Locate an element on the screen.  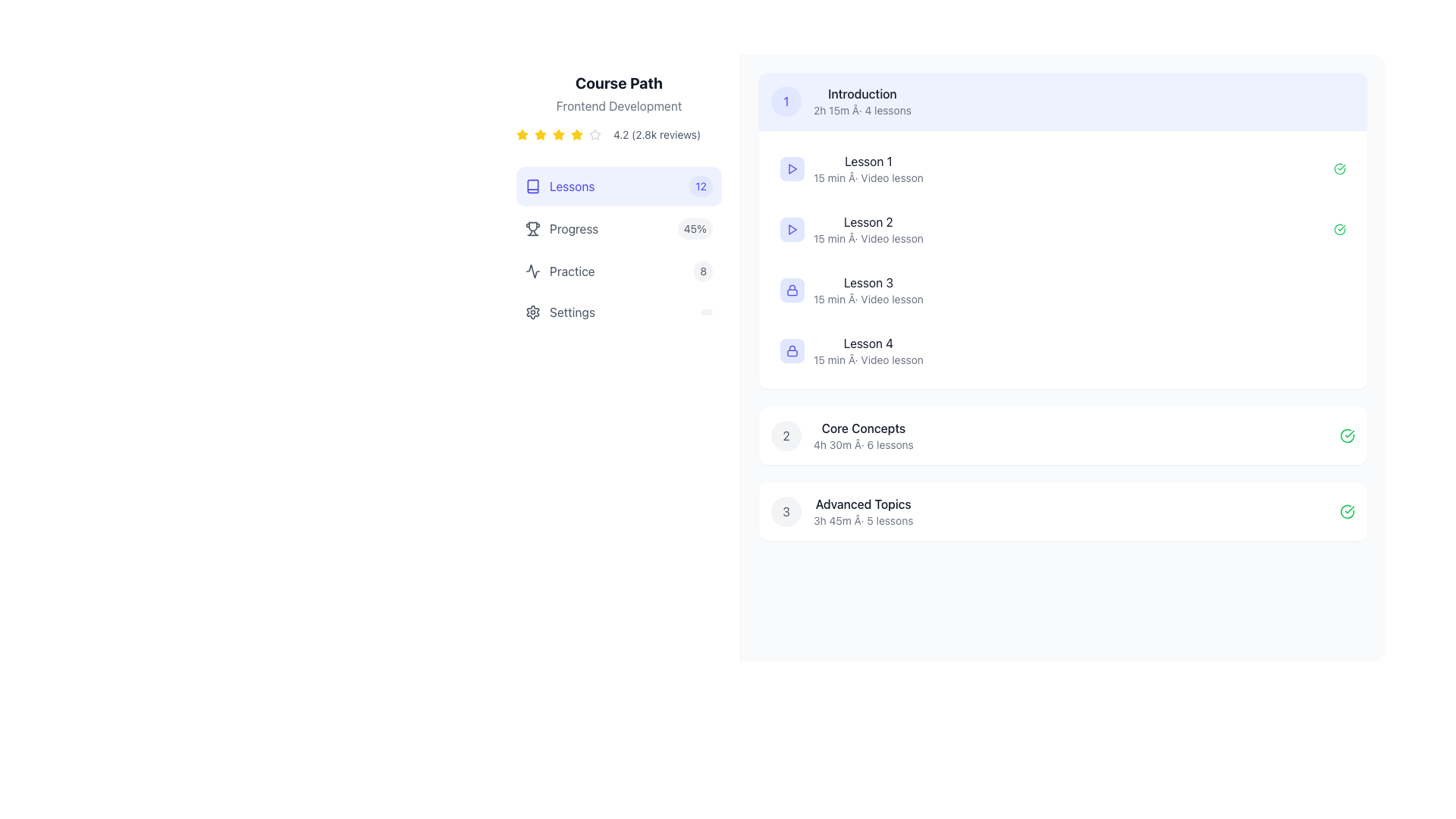
the small rounded rectangular play button with a centered triangular icon, located to the left of 'Lesson 1' in the 'Introduction' section is located at coordinates (792, 169).